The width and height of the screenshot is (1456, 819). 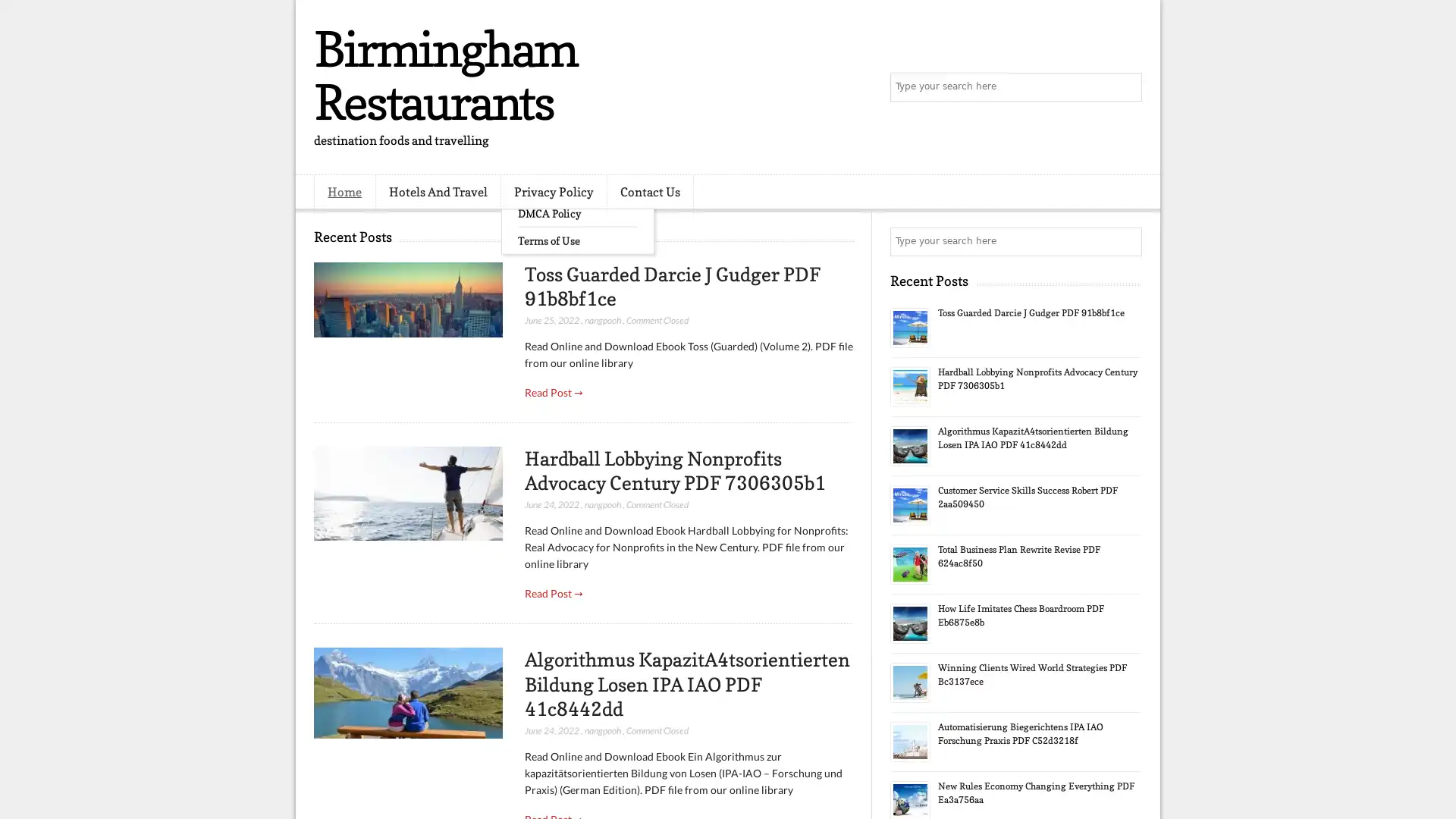 I want to click on Search, so click(x=1126, y=87).